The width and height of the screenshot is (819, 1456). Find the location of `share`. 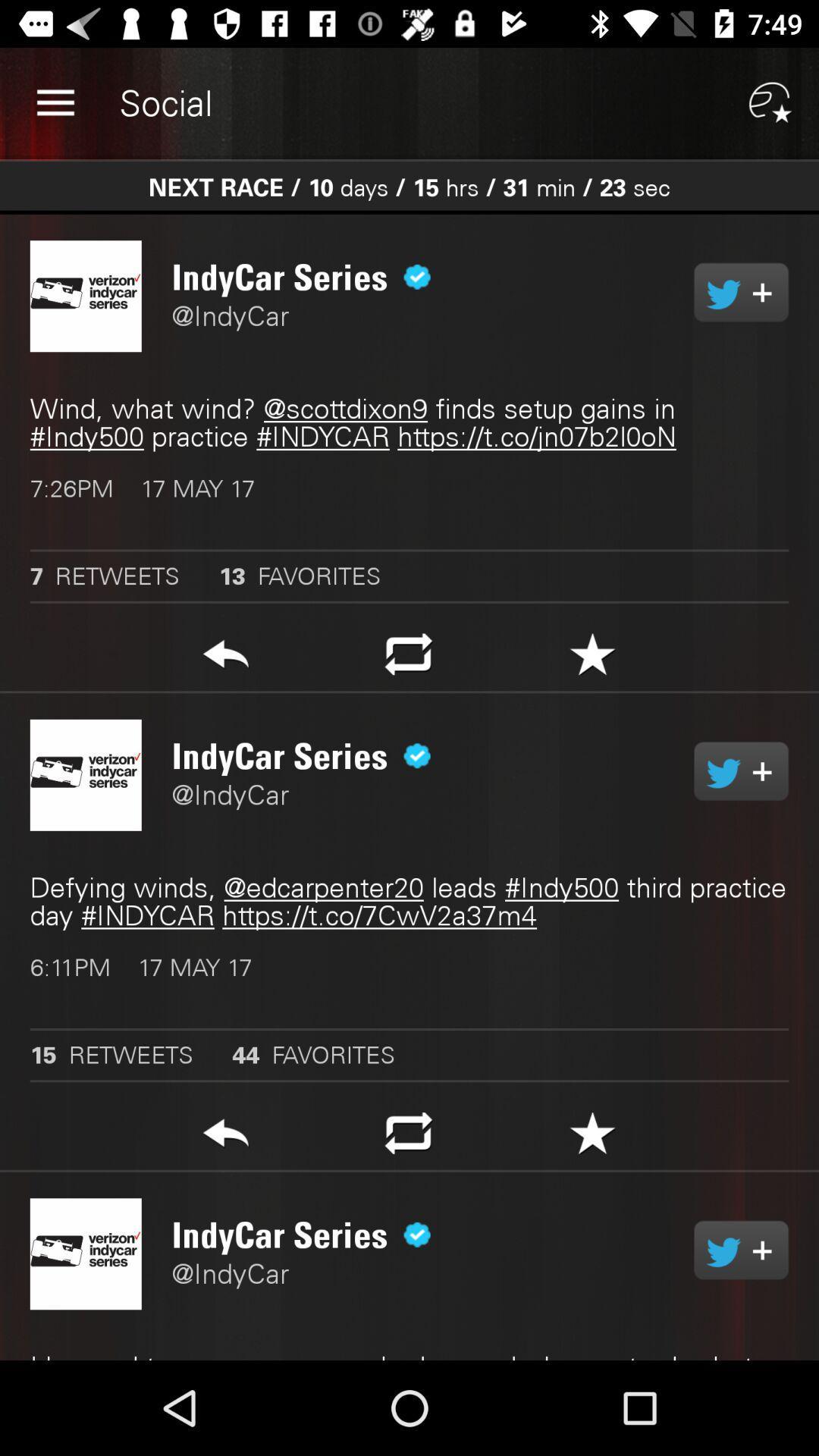

share is located at coordinates (740, 771).